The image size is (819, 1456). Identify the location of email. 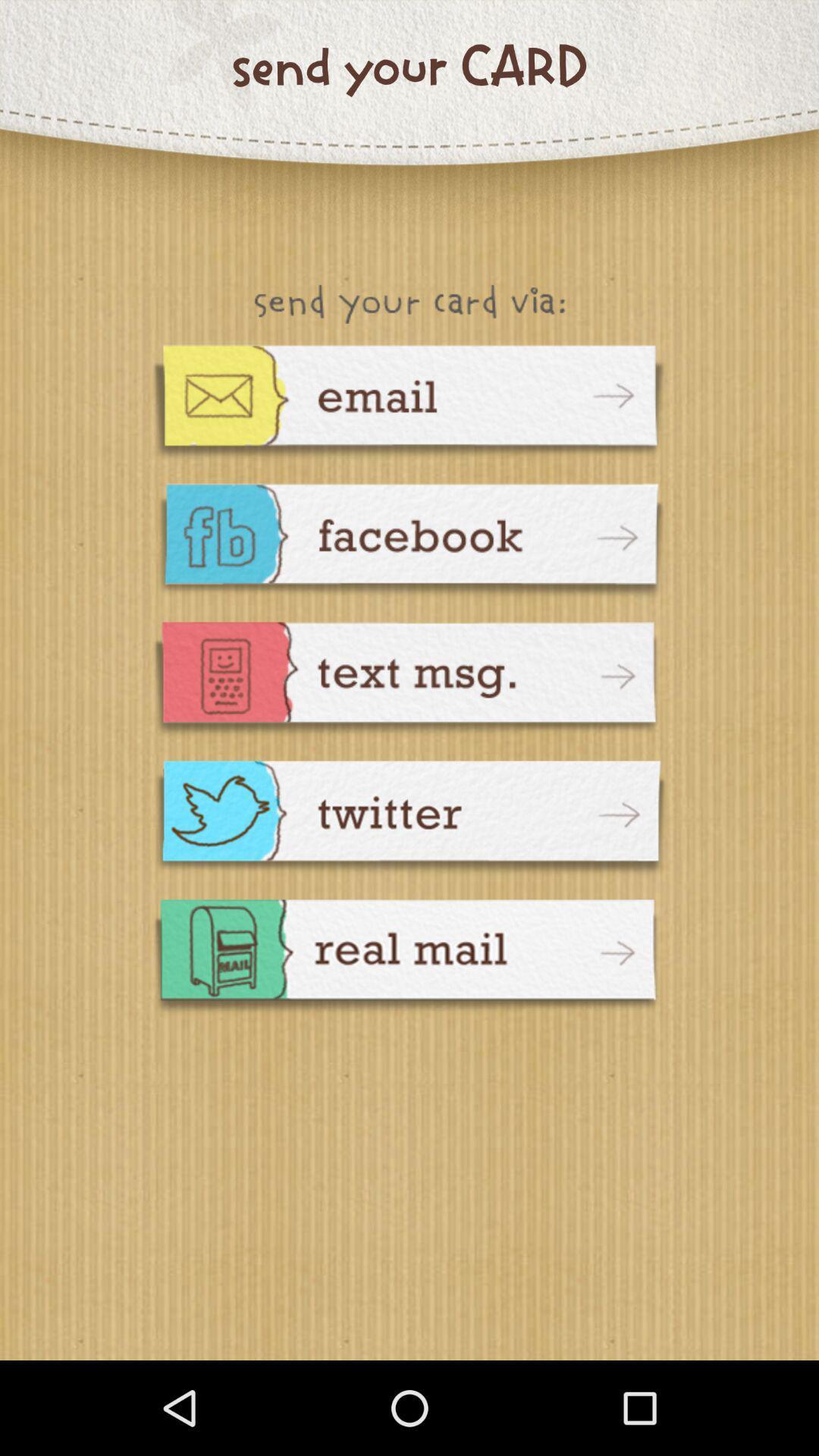
(409, 403).